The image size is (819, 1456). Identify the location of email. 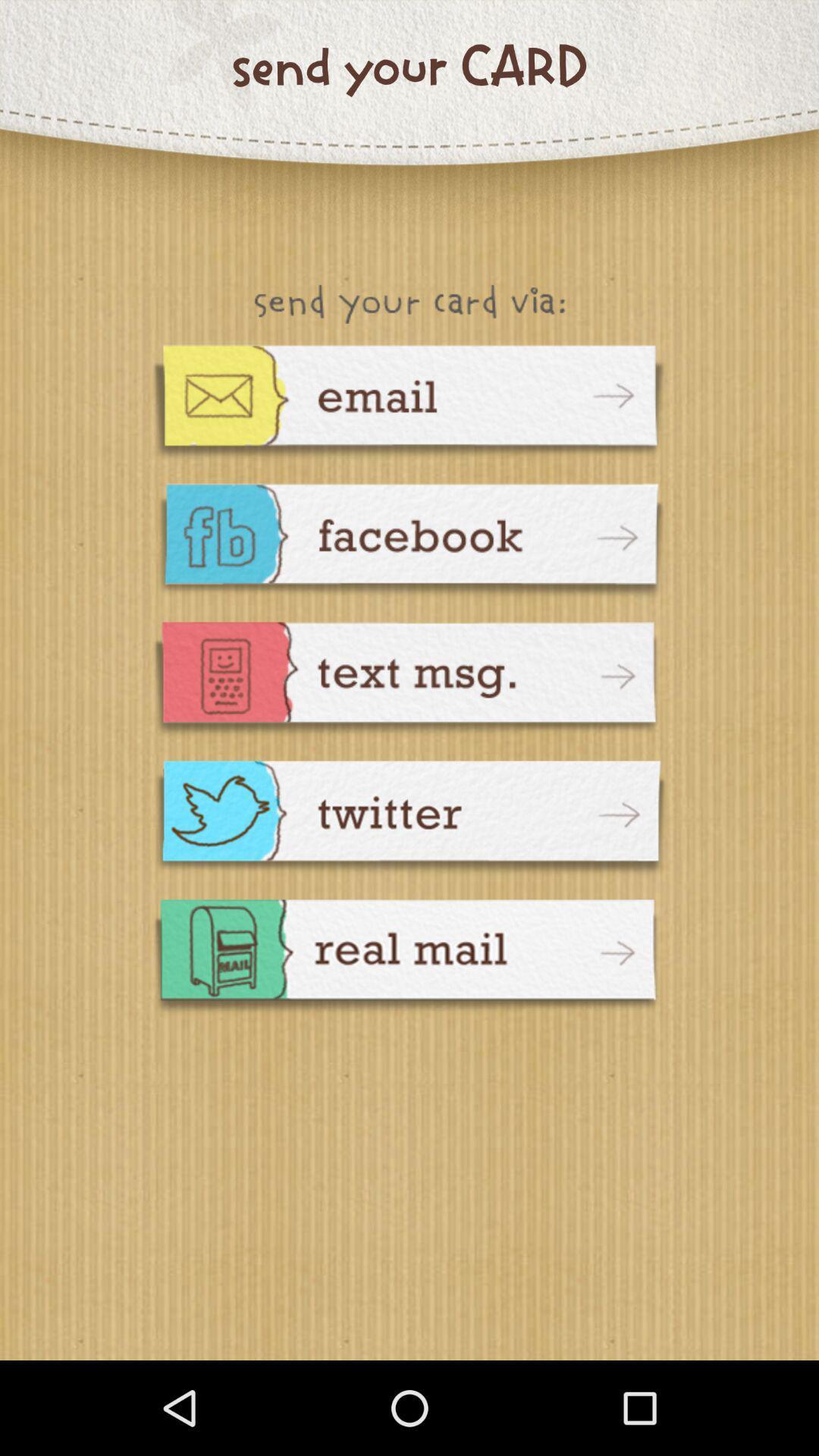
(409, 403).